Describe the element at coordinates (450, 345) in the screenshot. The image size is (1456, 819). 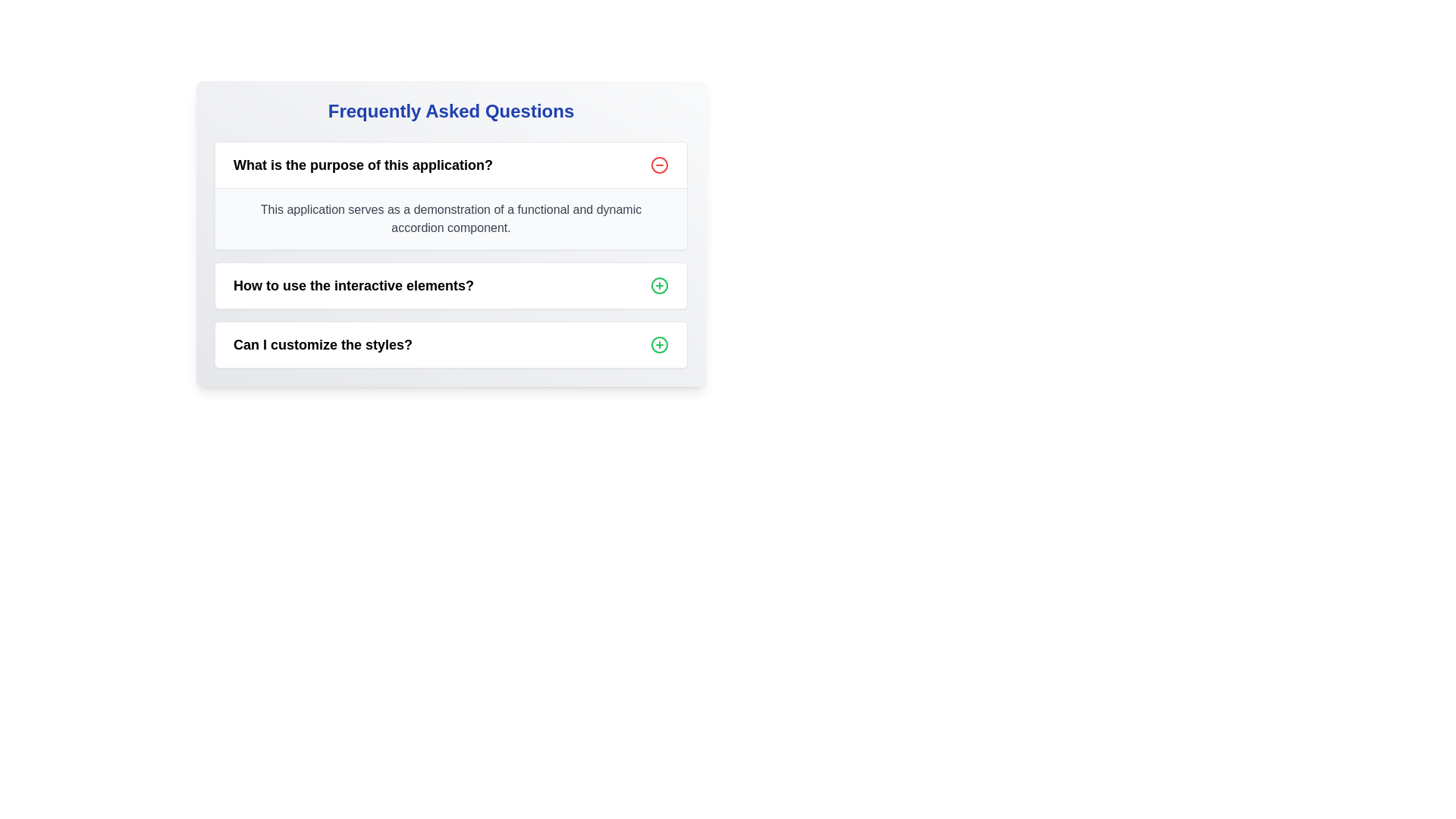
I see `the third Accordion toggle item labeled 'Can I customize the styles?'` at that location.